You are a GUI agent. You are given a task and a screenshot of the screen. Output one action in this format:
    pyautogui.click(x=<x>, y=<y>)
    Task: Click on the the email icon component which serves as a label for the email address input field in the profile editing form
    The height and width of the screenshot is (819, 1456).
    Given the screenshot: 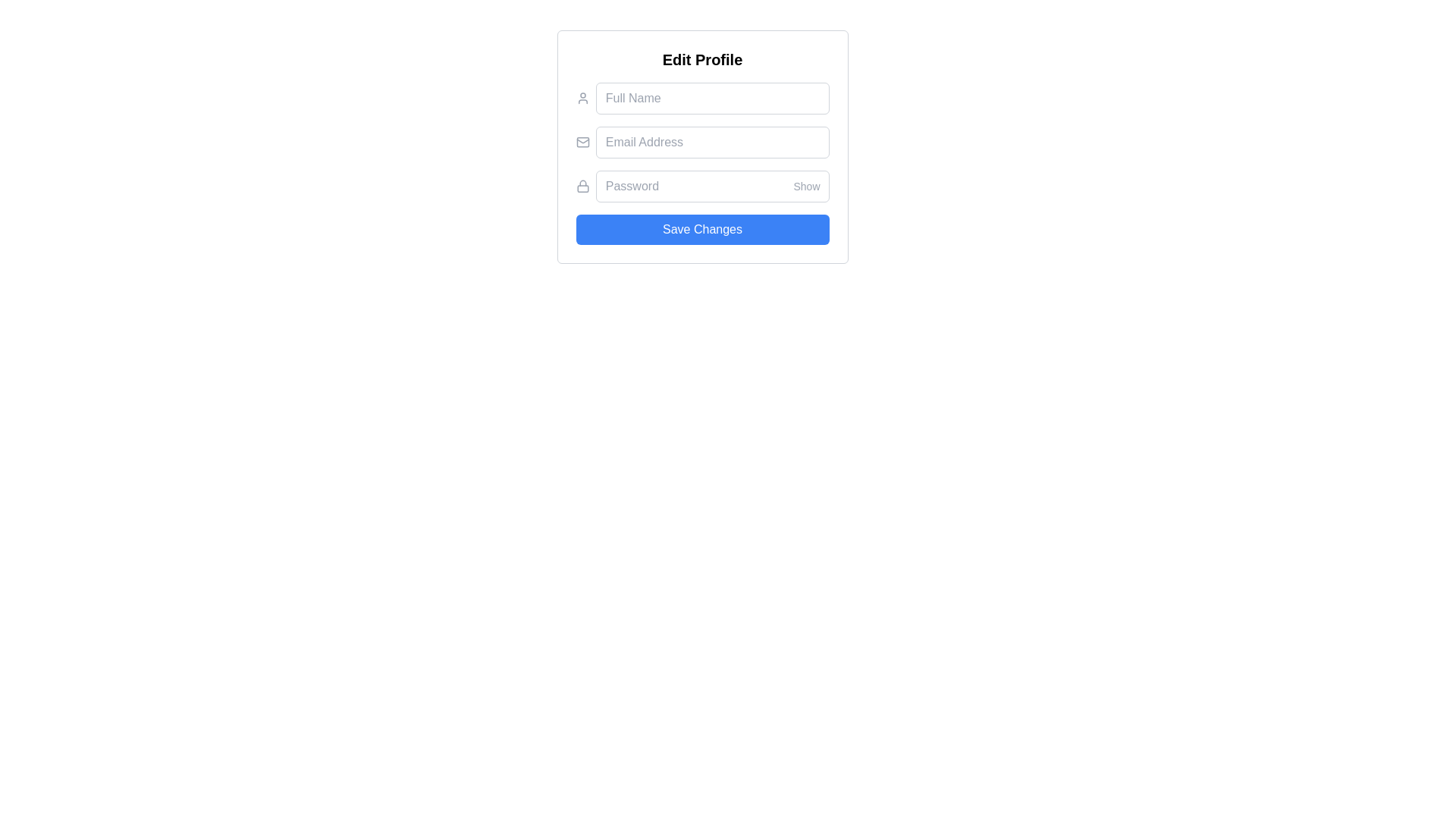 What is the action you would take?
    pyautogui.click(x=582, y=143)
    